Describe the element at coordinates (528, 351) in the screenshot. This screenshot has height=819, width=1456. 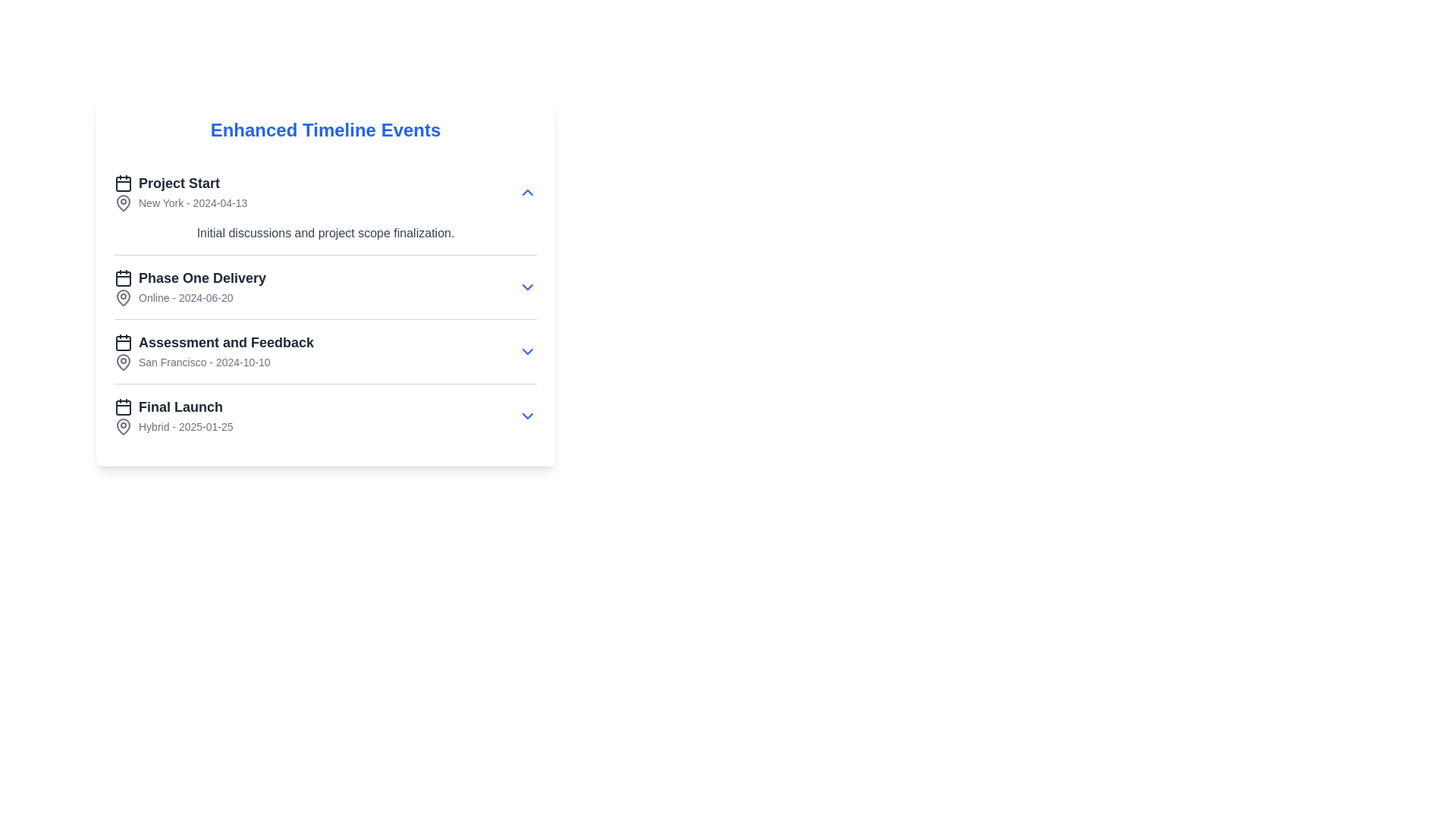
I see `the downward chevron icon styled in blue, located on the far right of the 'Assessment and Feedback' section in the timeline interface` at that location.